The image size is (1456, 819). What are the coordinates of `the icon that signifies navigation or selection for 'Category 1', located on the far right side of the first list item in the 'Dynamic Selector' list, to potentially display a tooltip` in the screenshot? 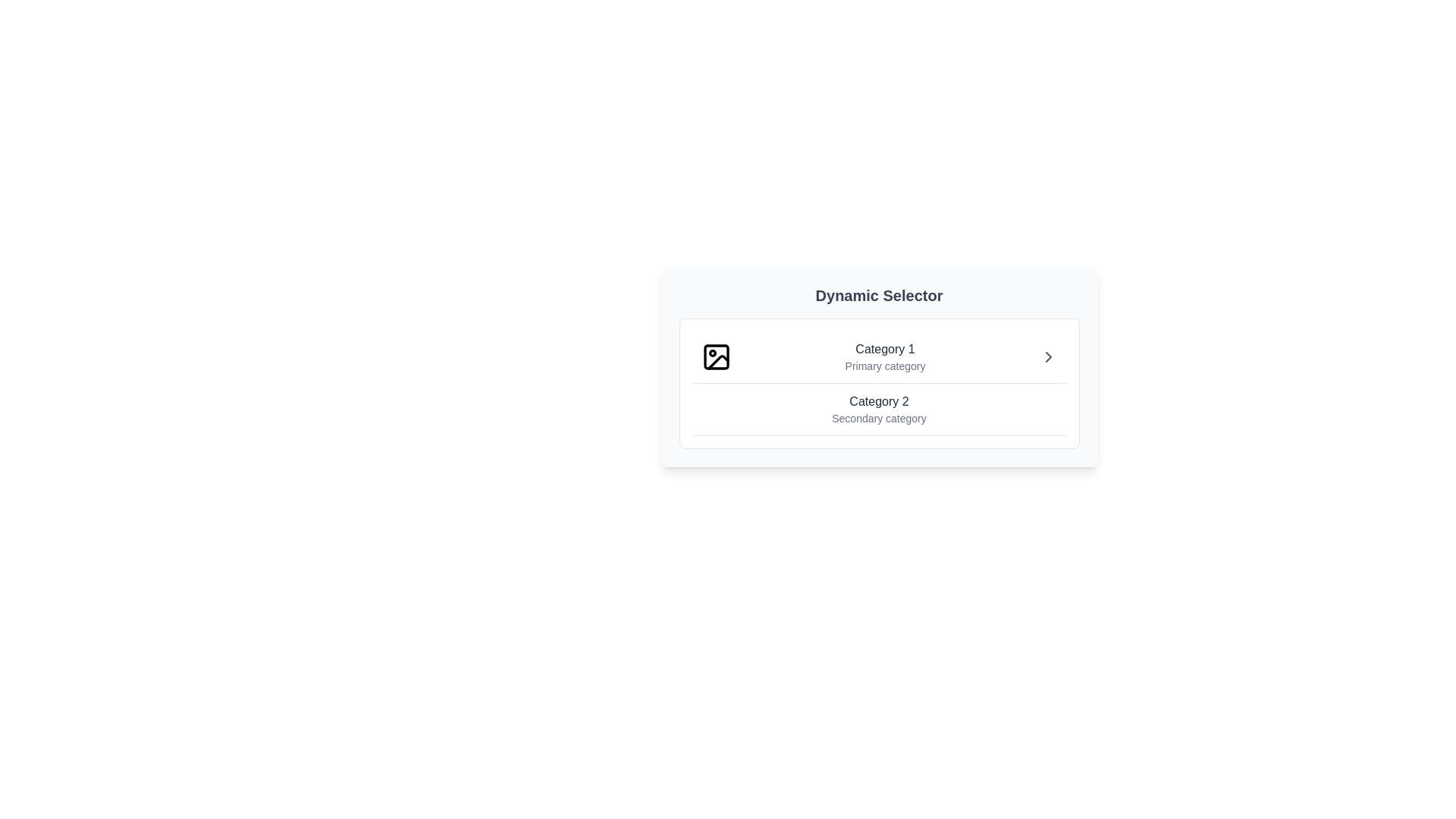 It's located at (1047, 356).